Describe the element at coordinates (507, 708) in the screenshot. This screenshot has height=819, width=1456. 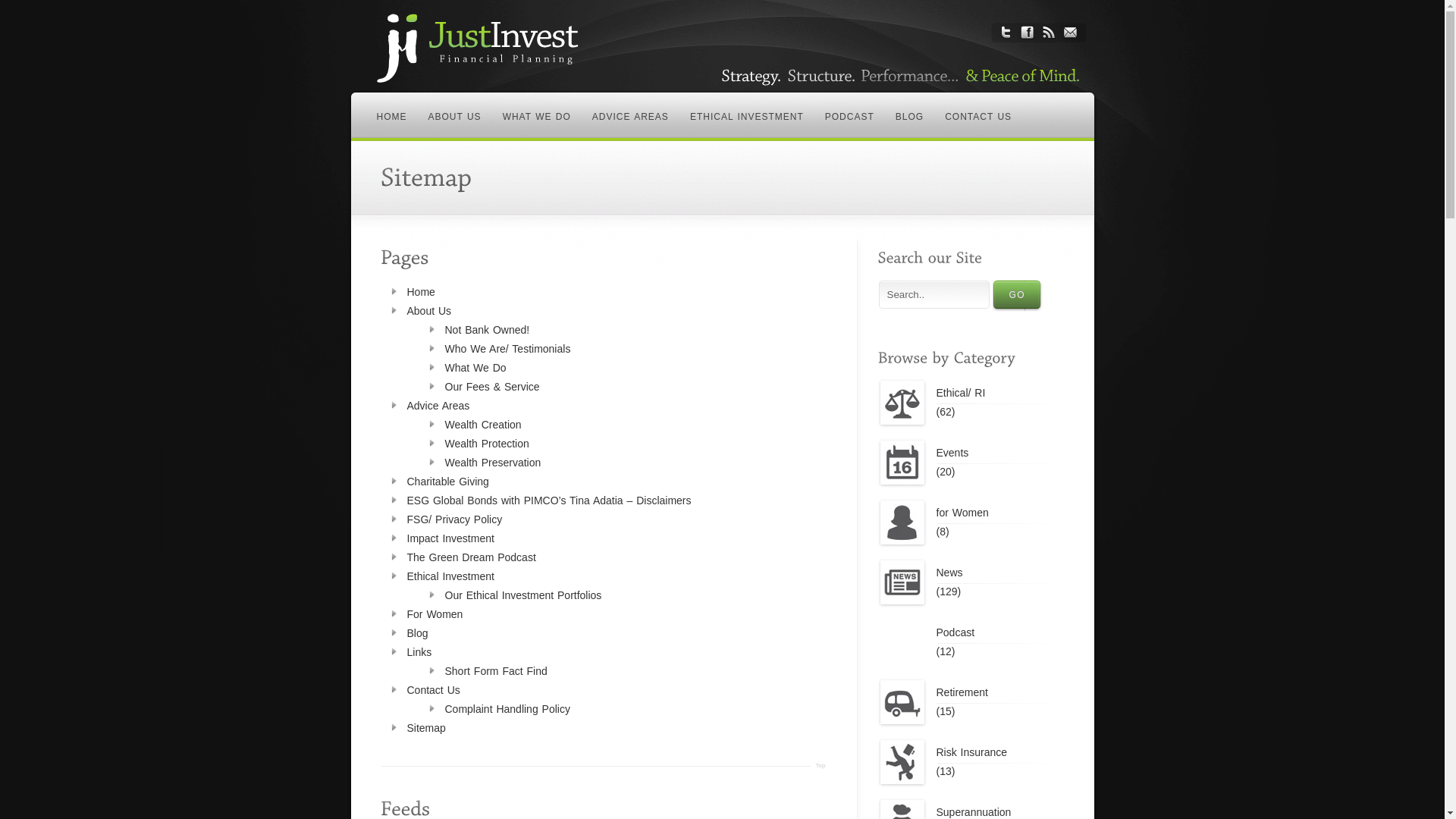
I see `'Complaint Handling Policy'` at that location.